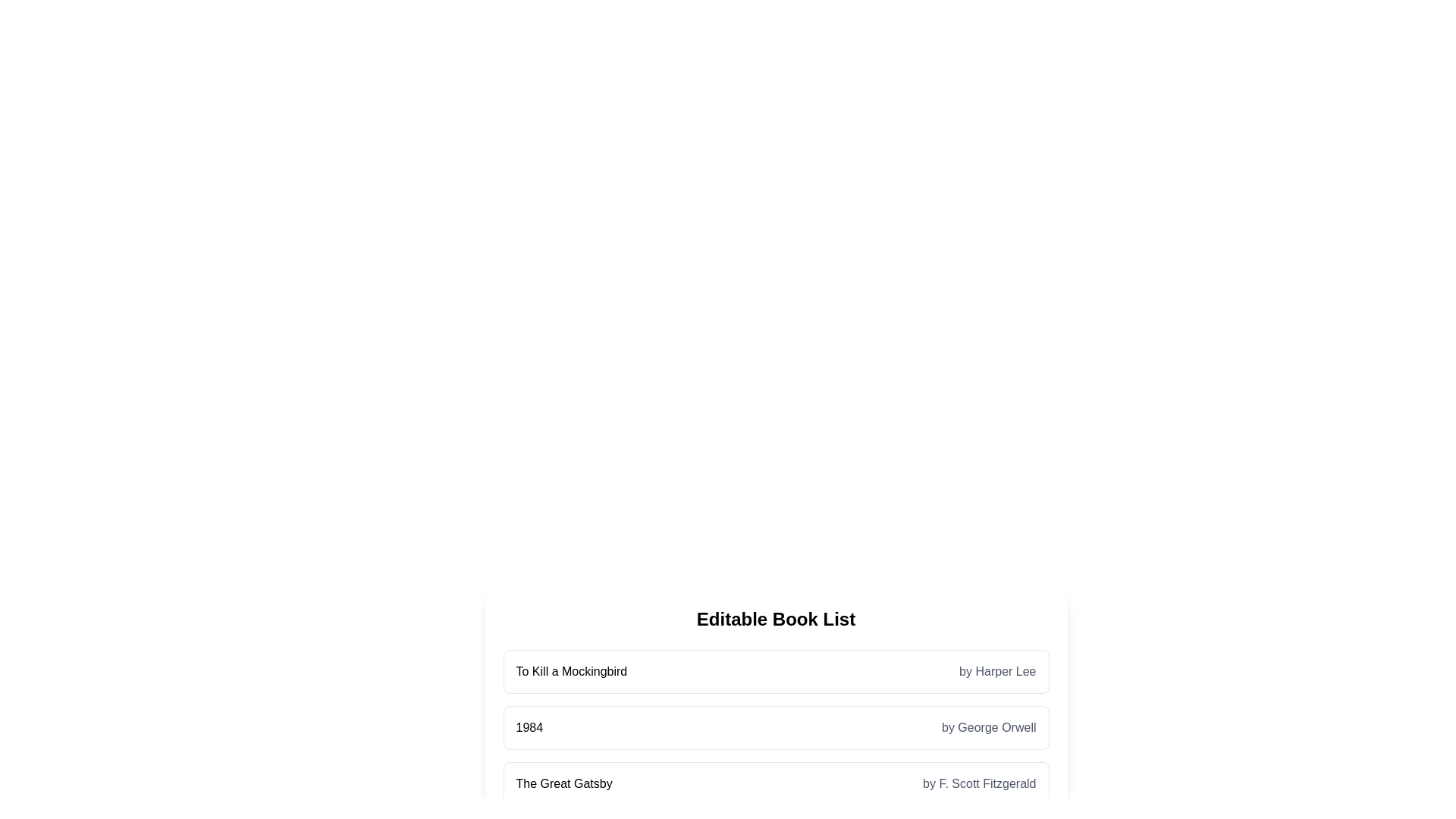  Describe the element at coordinates (776, 727) in the screenshot. I see `to select the second book entry in the list, which displays the title and author of the book` at that location.